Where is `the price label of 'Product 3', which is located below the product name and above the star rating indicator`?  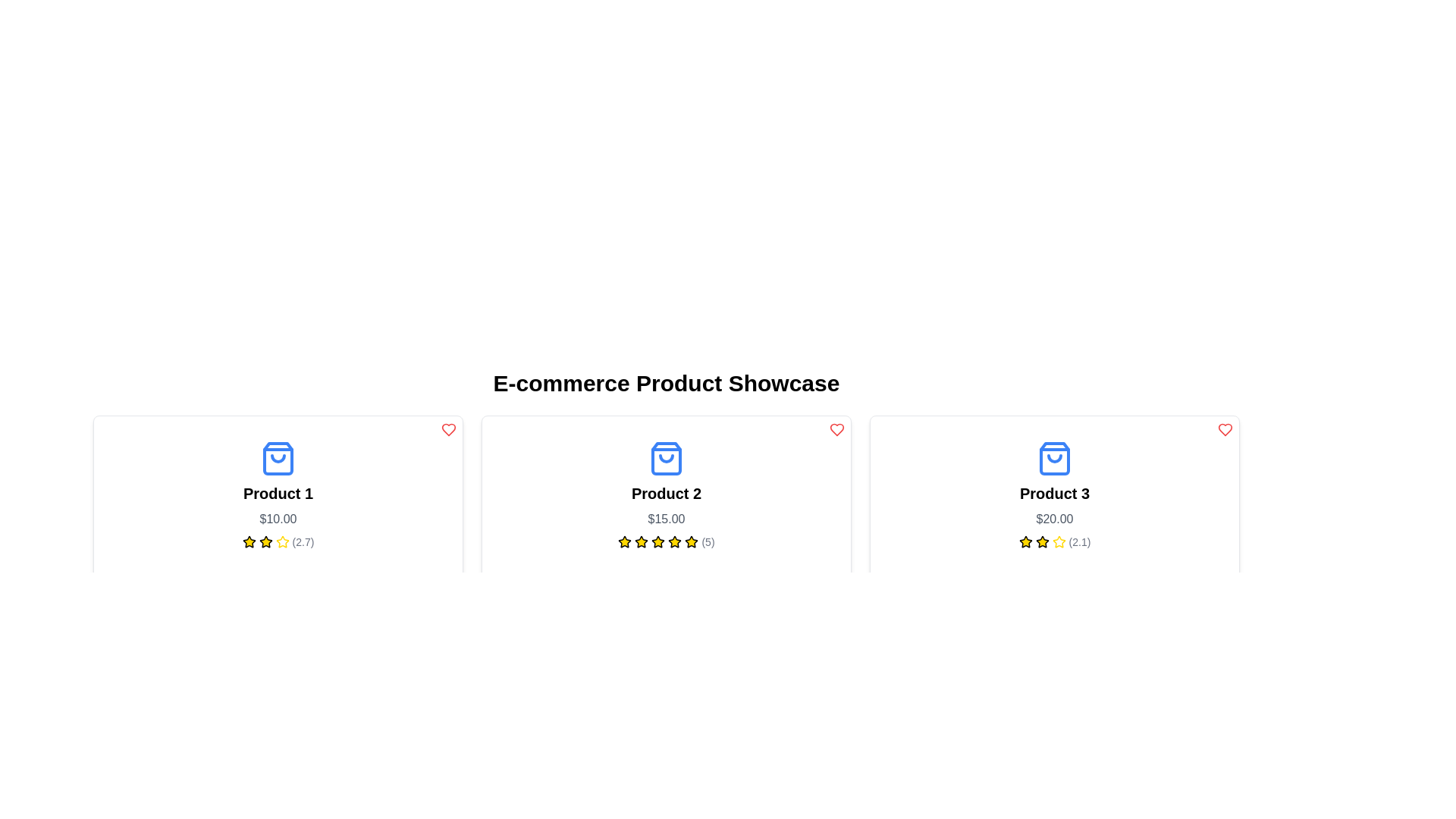 the price label of 'Product 3', which is located below the product name and above the star rating indicator is located at coordinates (1054, 519).